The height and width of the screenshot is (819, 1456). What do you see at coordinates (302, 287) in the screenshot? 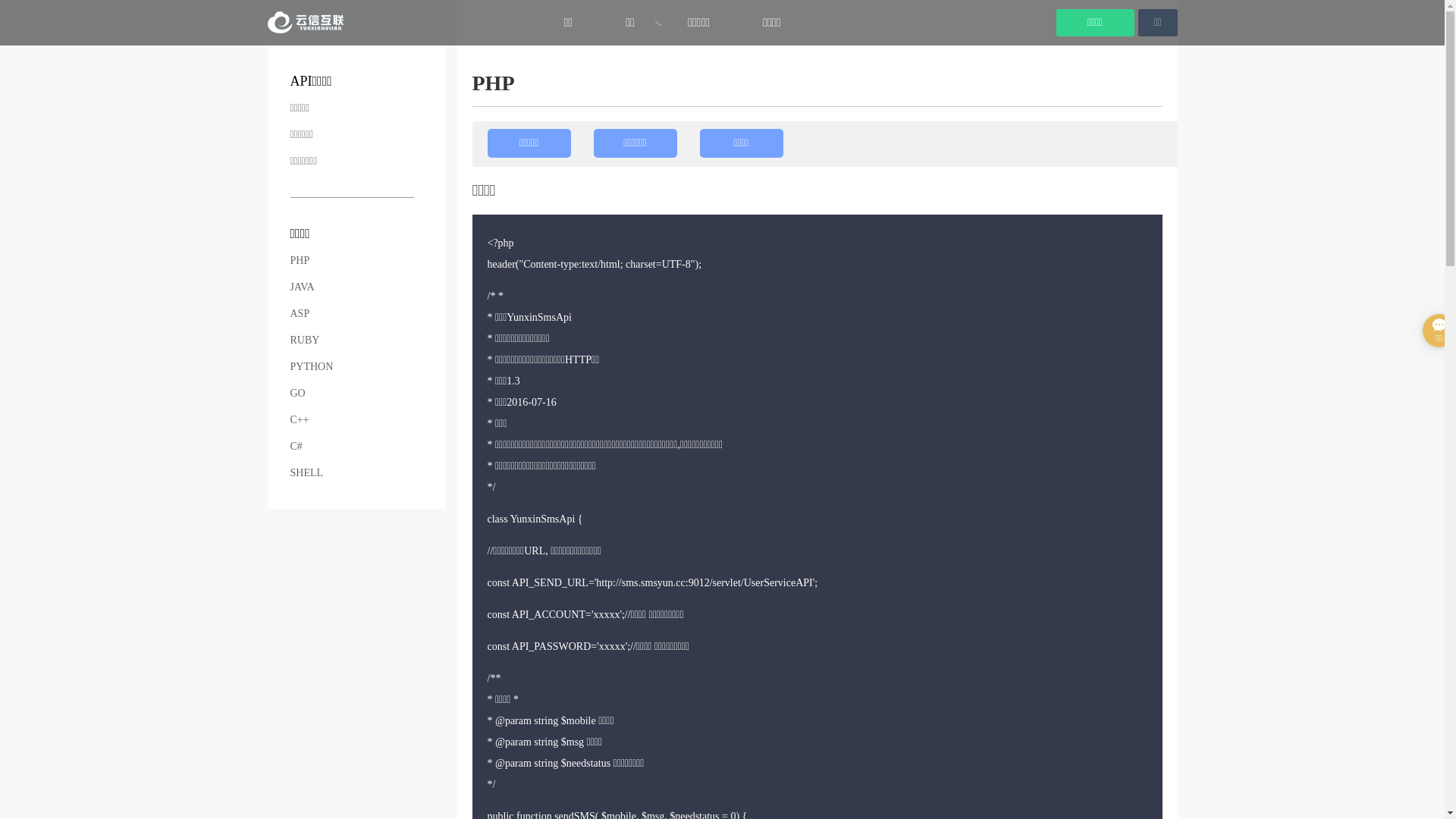
I see `'JAVA'` at bounding box center [302, 287].